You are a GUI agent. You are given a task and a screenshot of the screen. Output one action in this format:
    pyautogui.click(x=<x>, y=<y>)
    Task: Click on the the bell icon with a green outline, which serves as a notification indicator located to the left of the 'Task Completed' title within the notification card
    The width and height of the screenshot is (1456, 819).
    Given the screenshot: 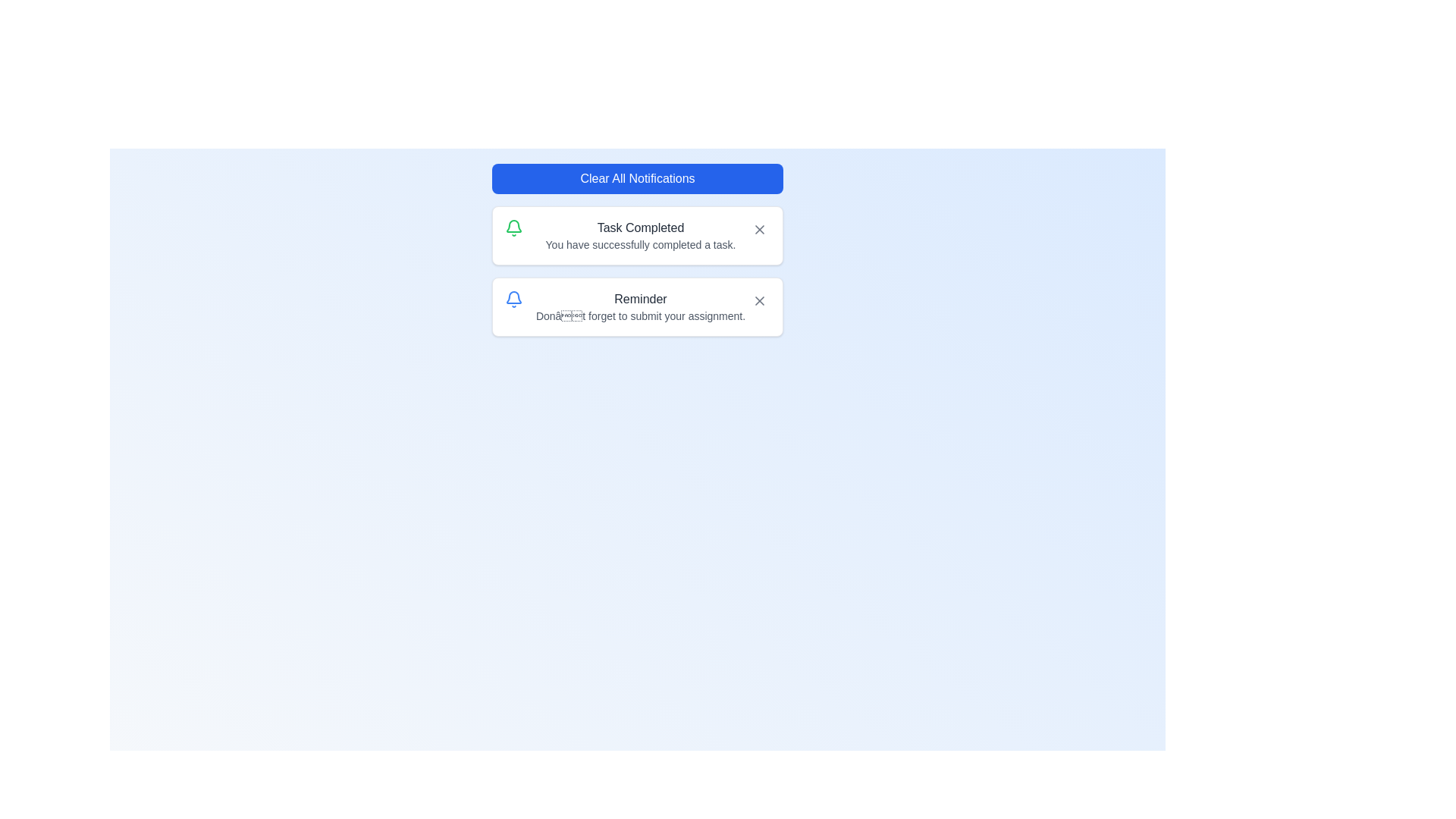 What is the action you would take?
    pyautogui.click(x=513, y=227)
    